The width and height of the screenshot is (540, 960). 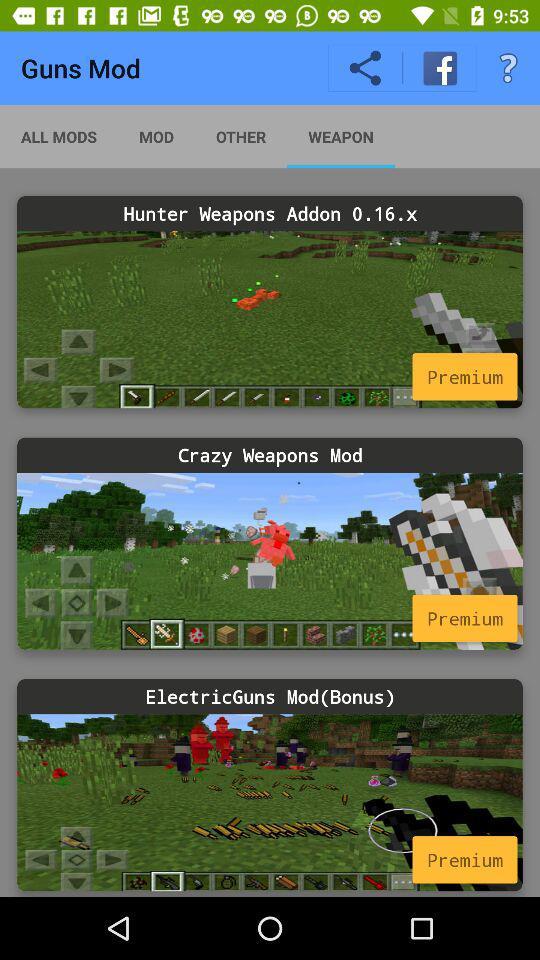 I want to click on the other item, so click(x=241, y=135).